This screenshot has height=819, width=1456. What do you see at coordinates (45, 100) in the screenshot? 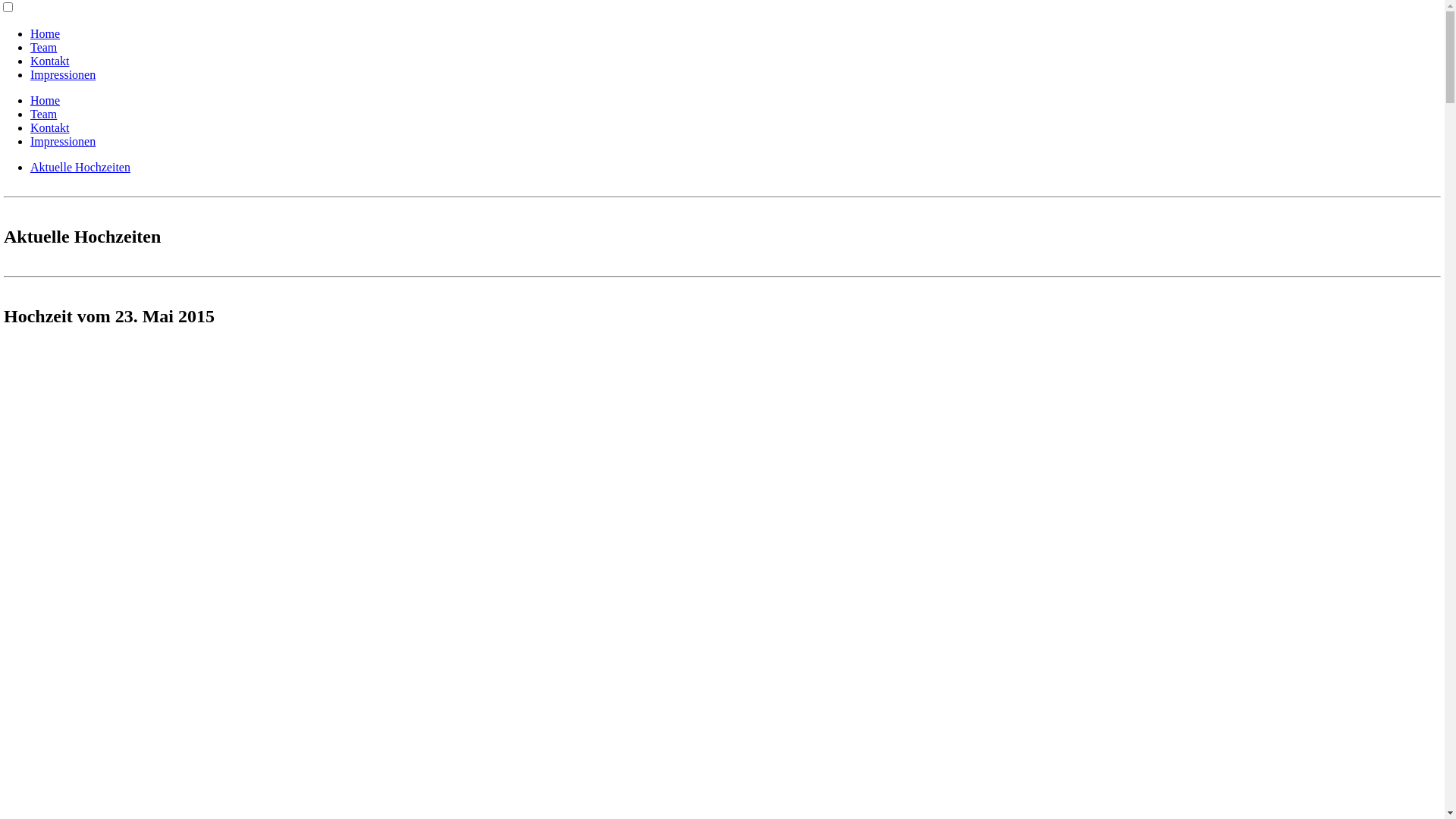
I see `'Home'` at bounding box center [45, 100].